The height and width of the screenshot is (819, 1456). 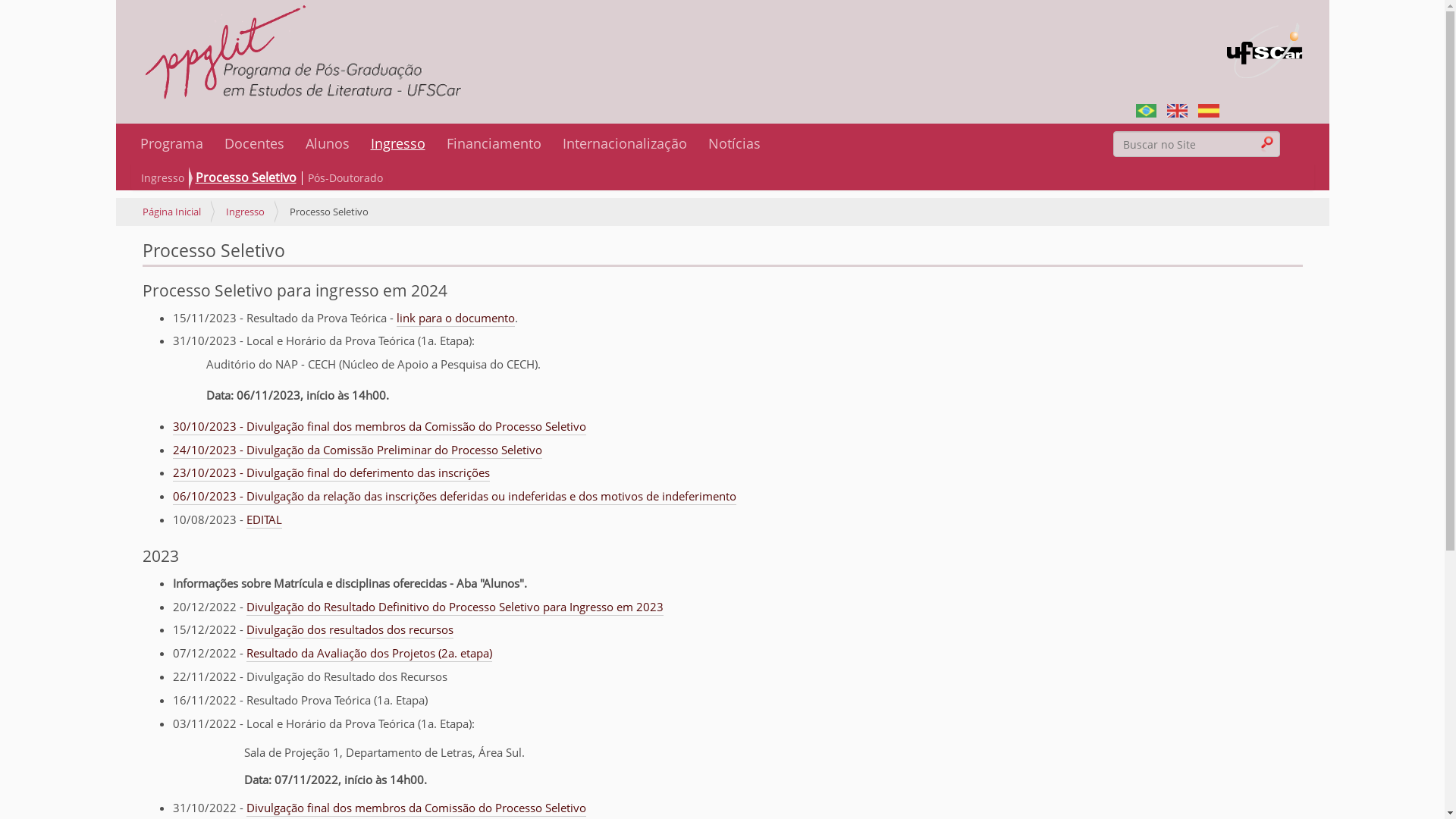 I want to click on 'Alunos', so click(x=326, y=143).